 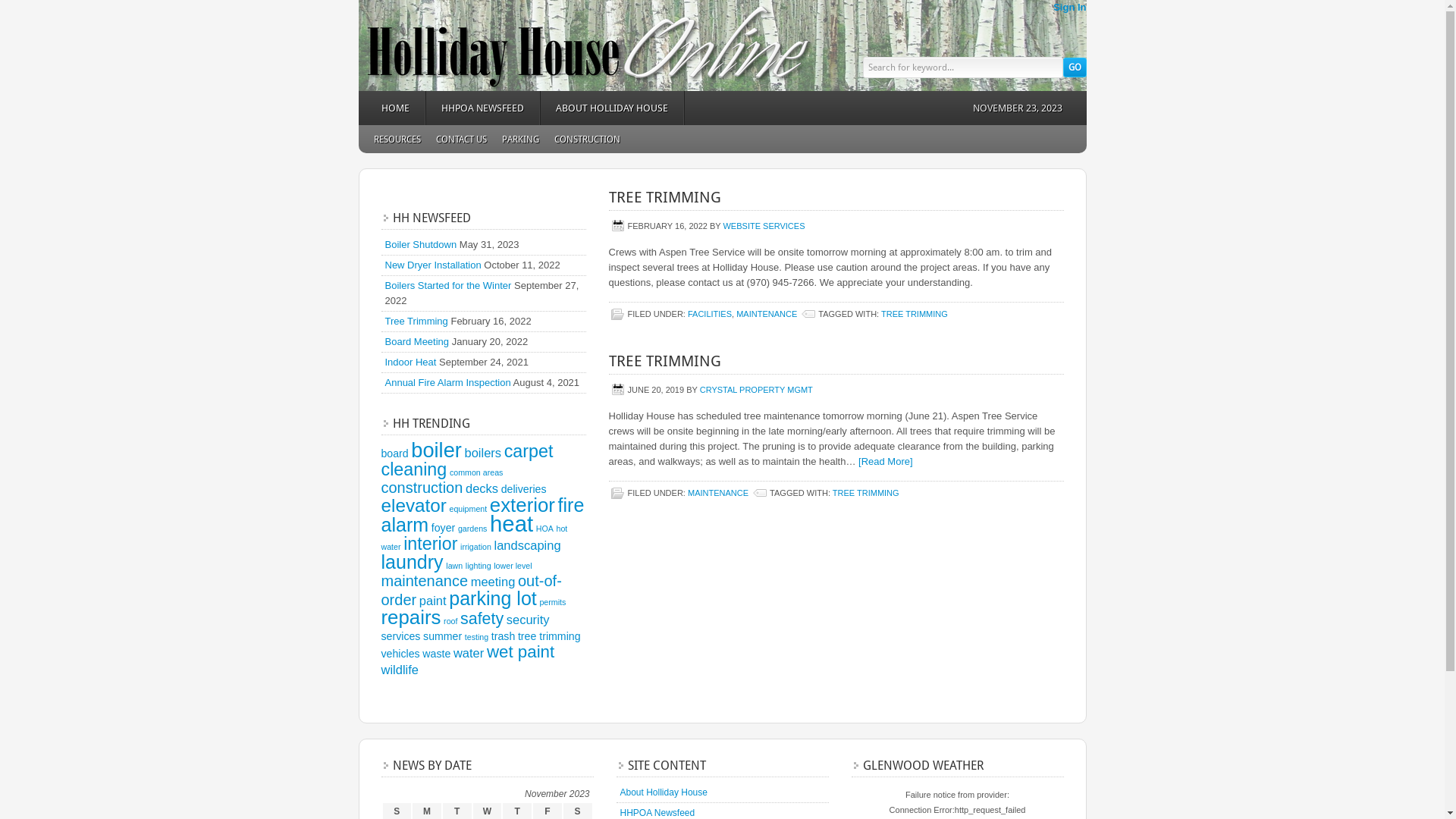 What do you see at coordinates (435, 449) in the screenshot?
I see `'boiler'` at bounding box center [435, 449].